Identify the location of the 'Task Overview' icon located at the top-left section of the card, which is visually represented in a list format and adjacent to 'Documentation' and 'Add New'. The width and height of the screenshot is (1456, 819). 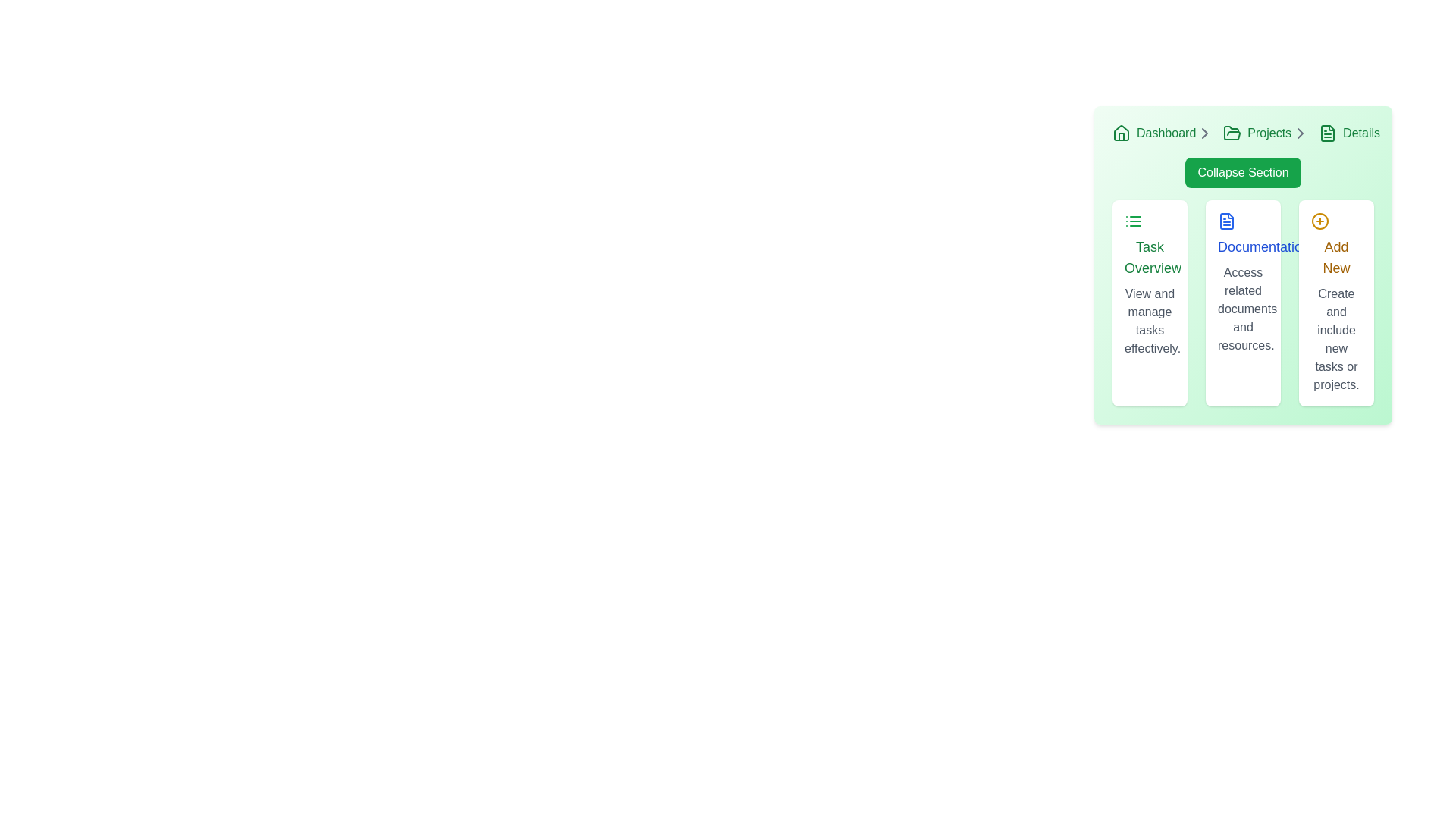
(1133, 221).